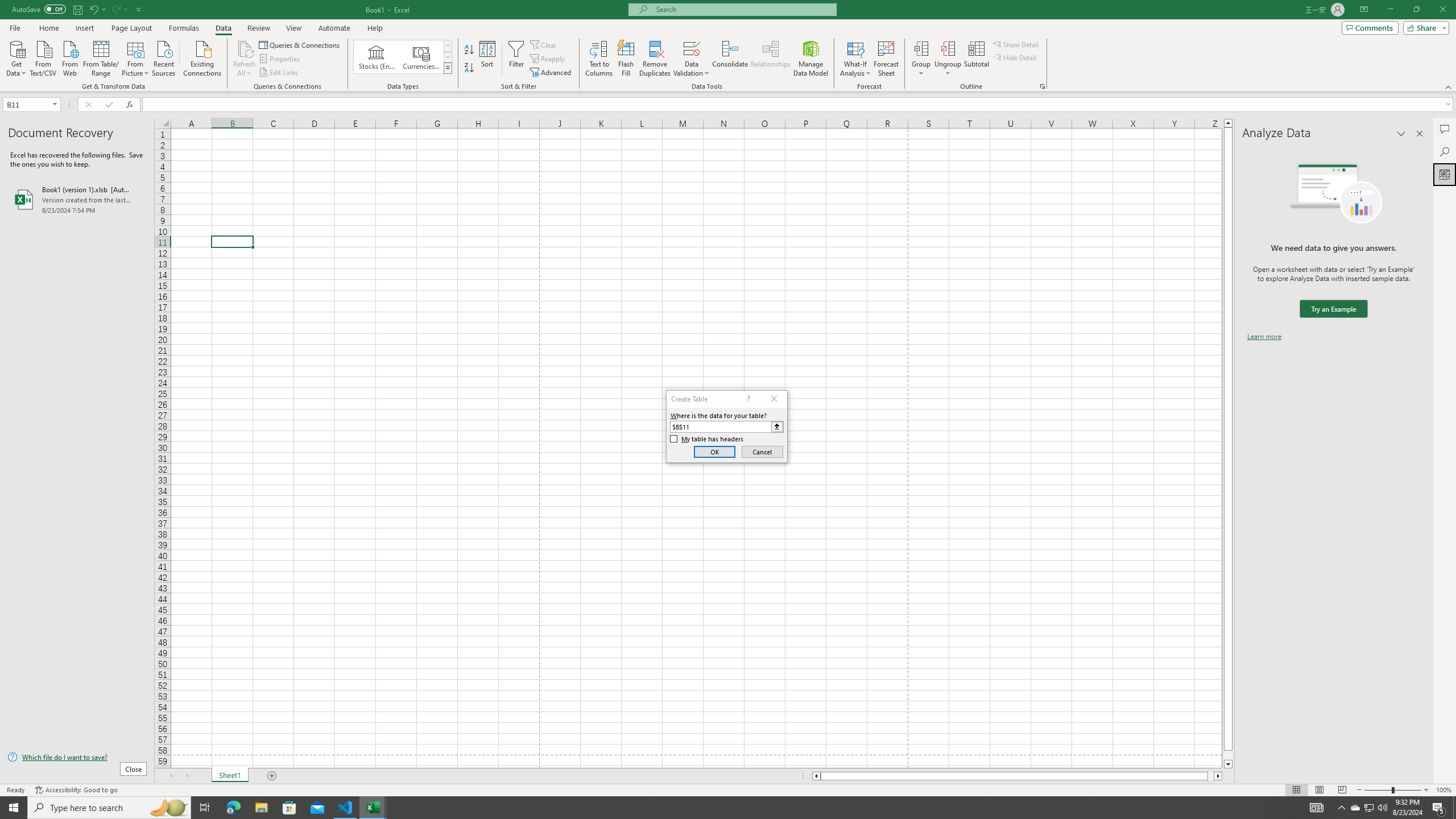 The width and height of the screenshot is (1456, 819). What do you see at coordinates (515, 59) in the screenshot?
I see `'Filter'` at bounding box center [515, 59].